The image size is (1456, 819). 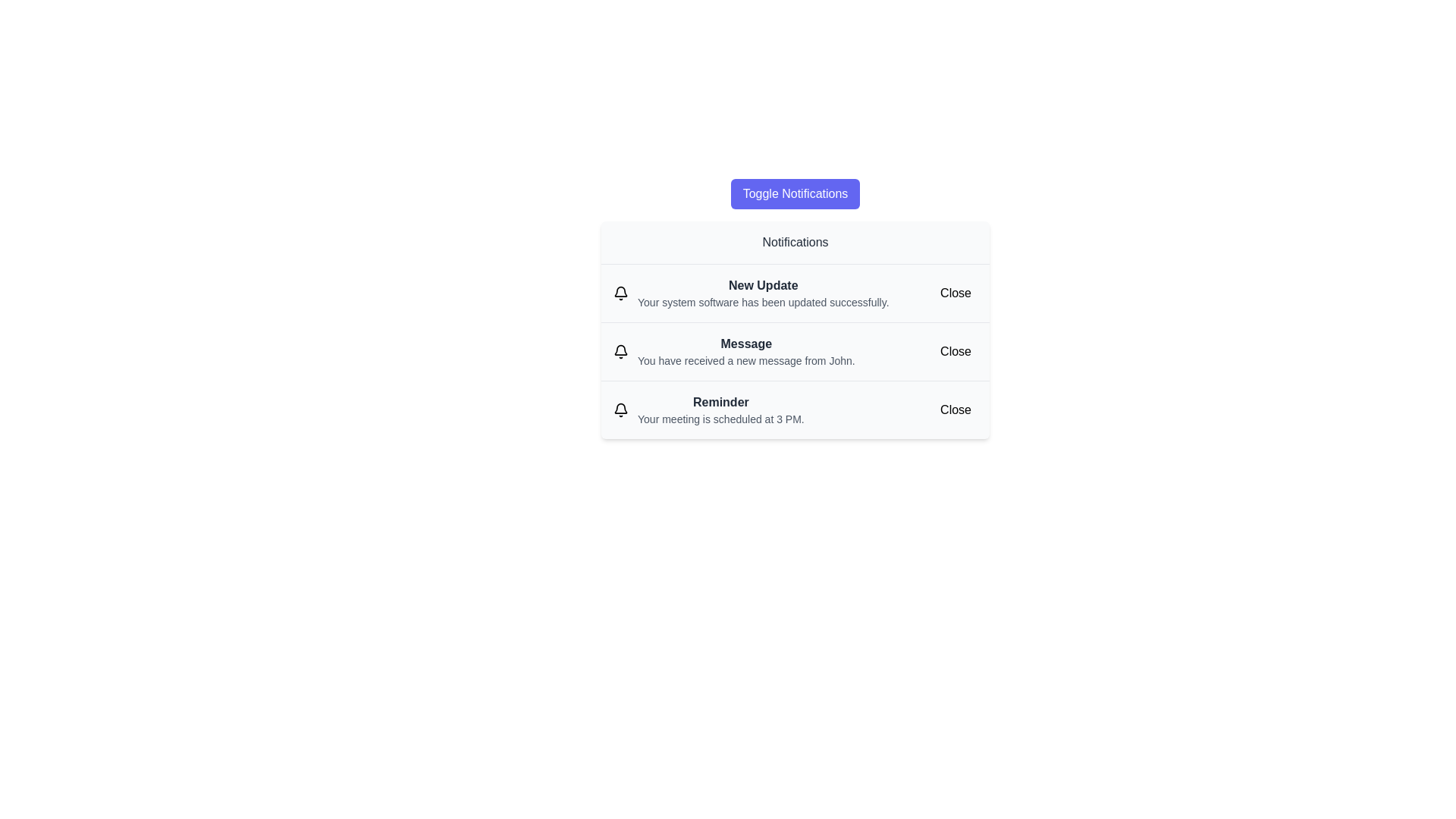 What do you see at coordinates (795, 293) in the screenshot?
I see `details of the first notification item labeled 'New Update' in the notification list` at bounding box center [795, 293].